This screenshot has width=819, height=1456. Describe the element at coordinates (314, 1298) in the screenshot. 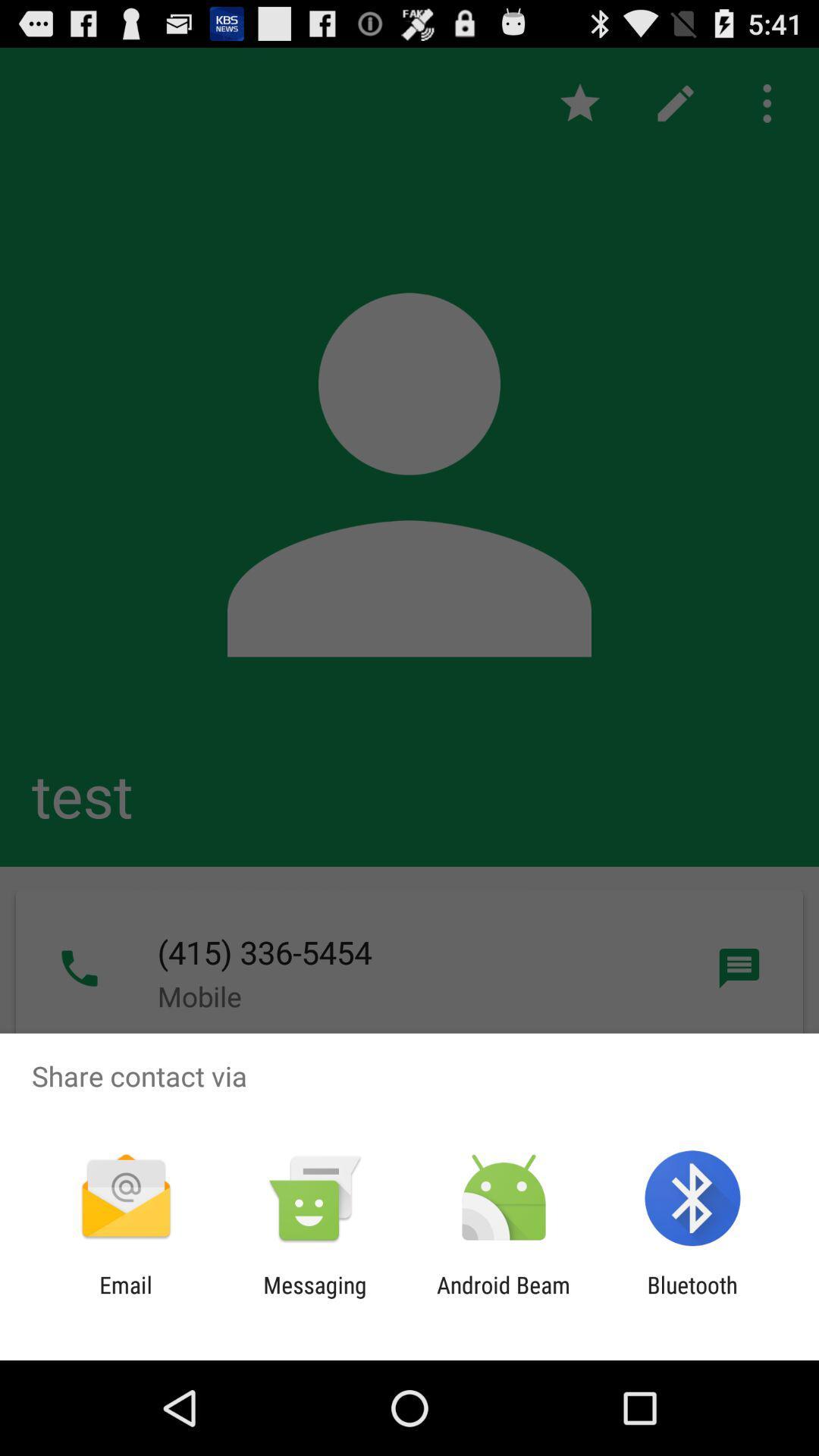

I see `the messaging app` at that location.